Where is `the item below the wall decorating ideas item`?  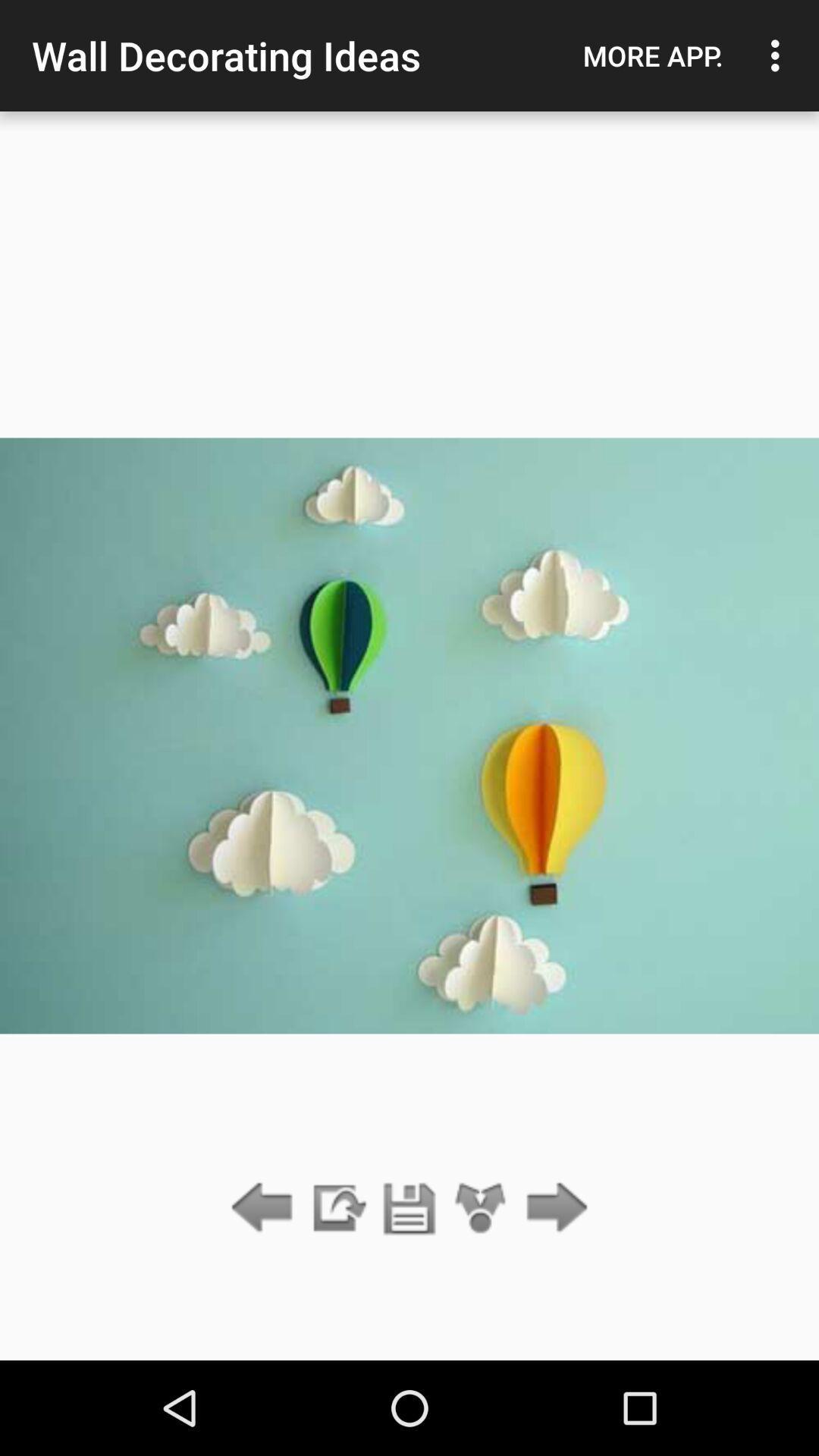 the item below the wall decorating ideas item is located at coordinates (337, 1208).